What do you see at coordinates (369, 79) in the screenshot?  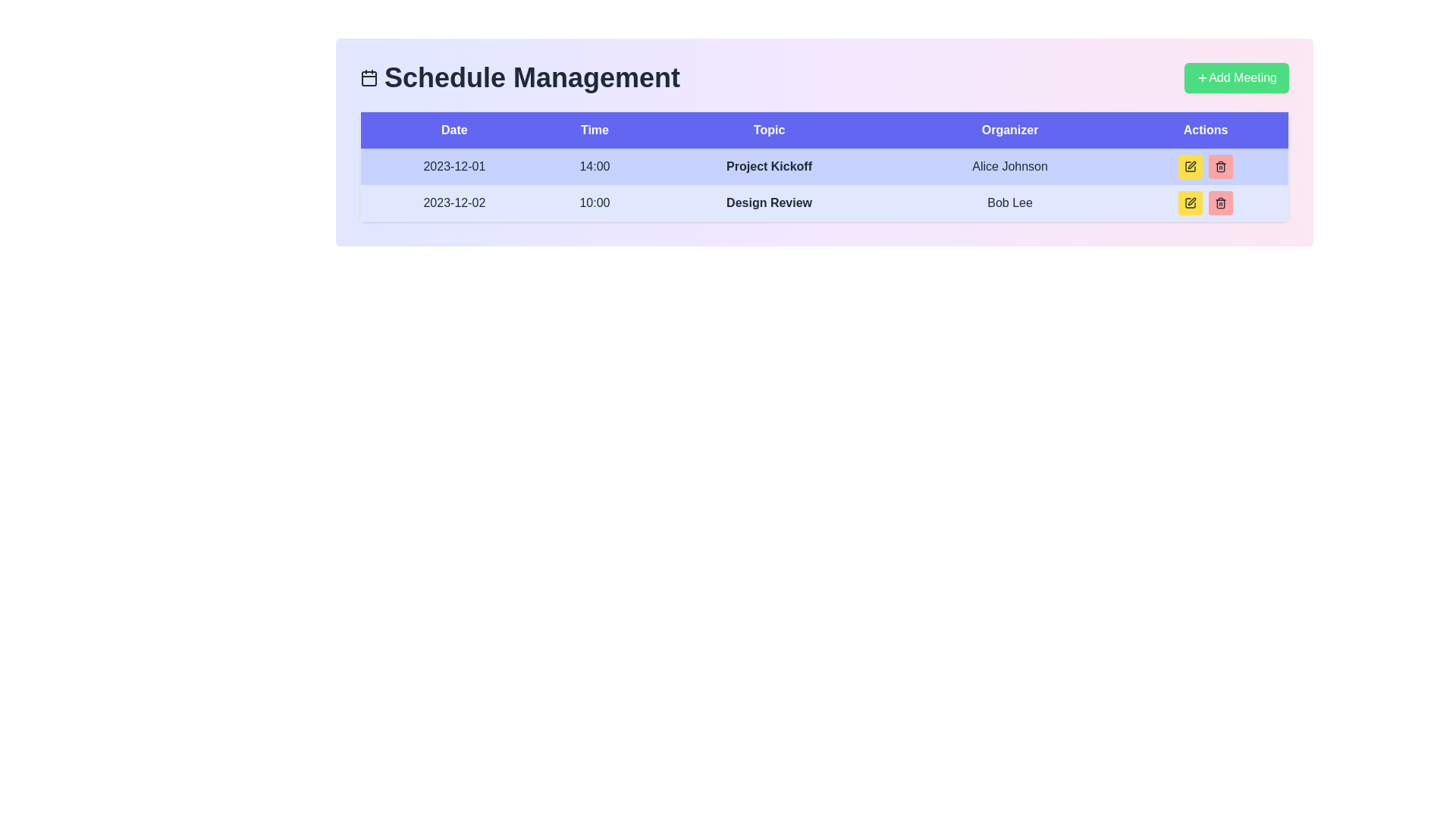 I see `the central rectangular area of the calendar icon, which represents the main body of the calendar layout` at bounding box center [369, 79].